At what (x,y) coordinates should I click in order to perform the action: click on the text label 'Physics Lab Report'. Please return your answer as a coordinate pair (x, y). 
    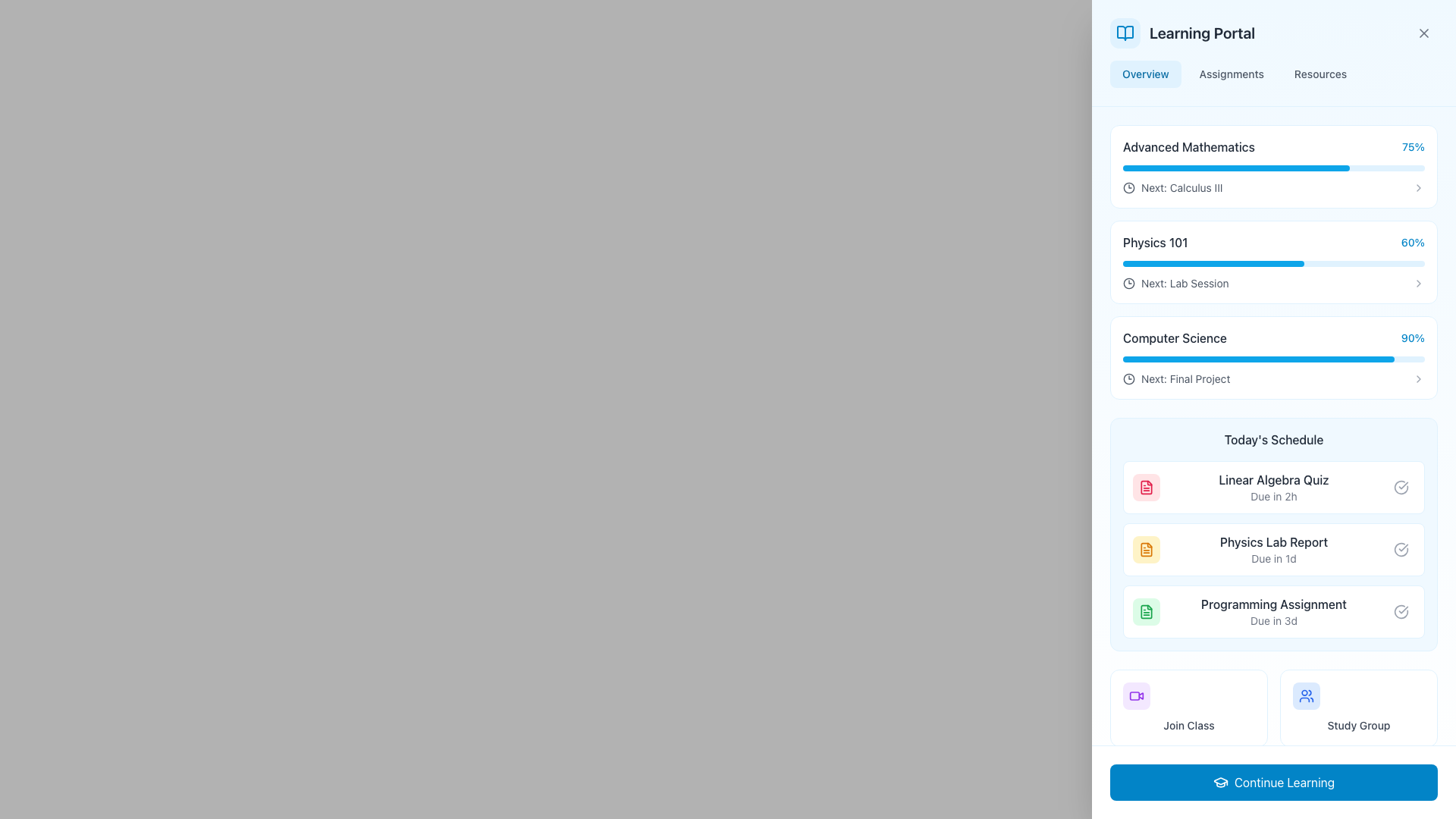
    Looking at the image, I should click on (1274, 541).